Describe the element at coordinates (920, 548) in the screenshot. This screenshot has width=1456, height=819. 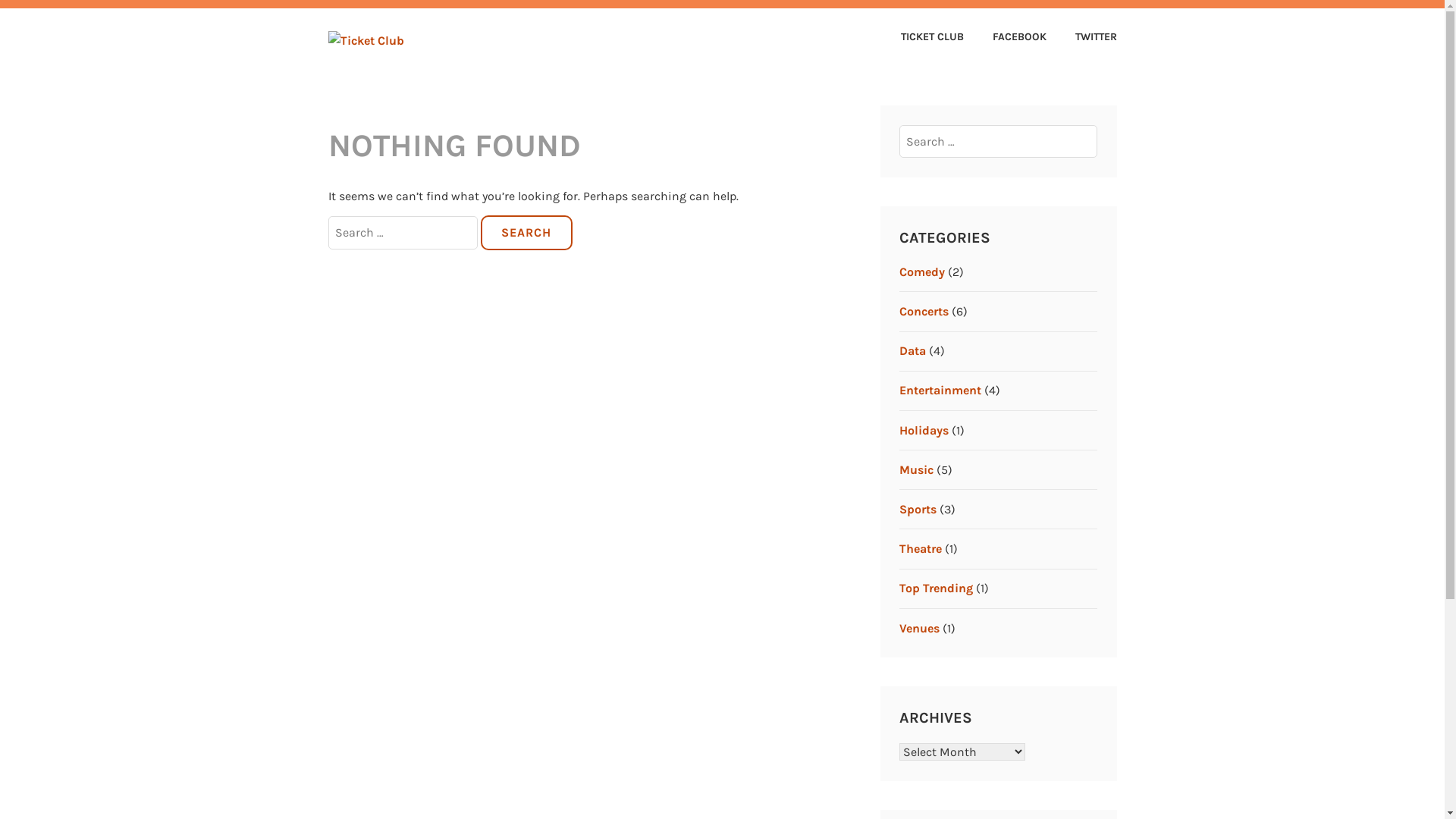
I see `'Theatre'` at that location.